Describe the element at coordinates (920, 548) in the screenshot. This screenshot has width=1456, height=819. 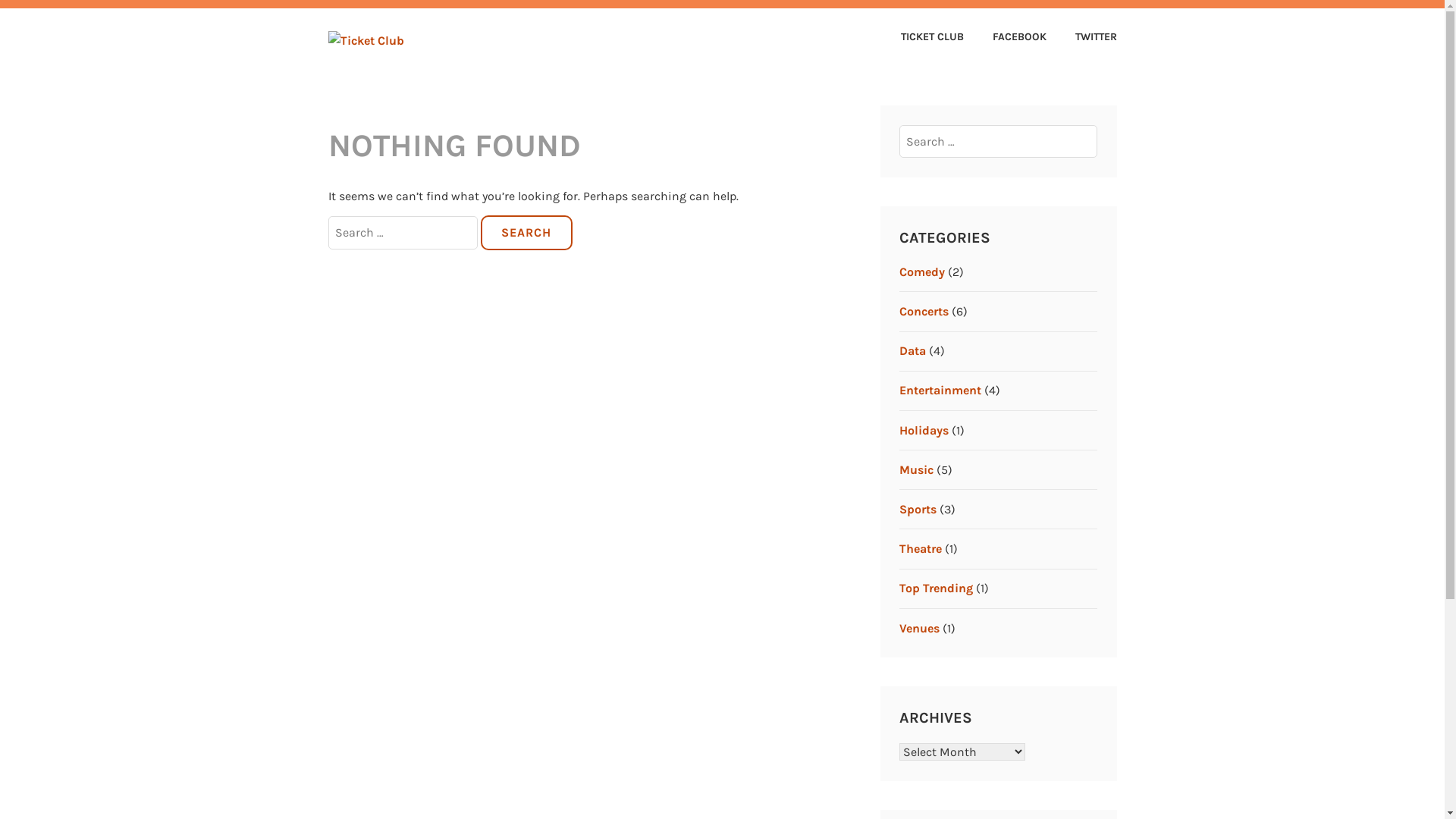
I see `'Theatre'` at that location.